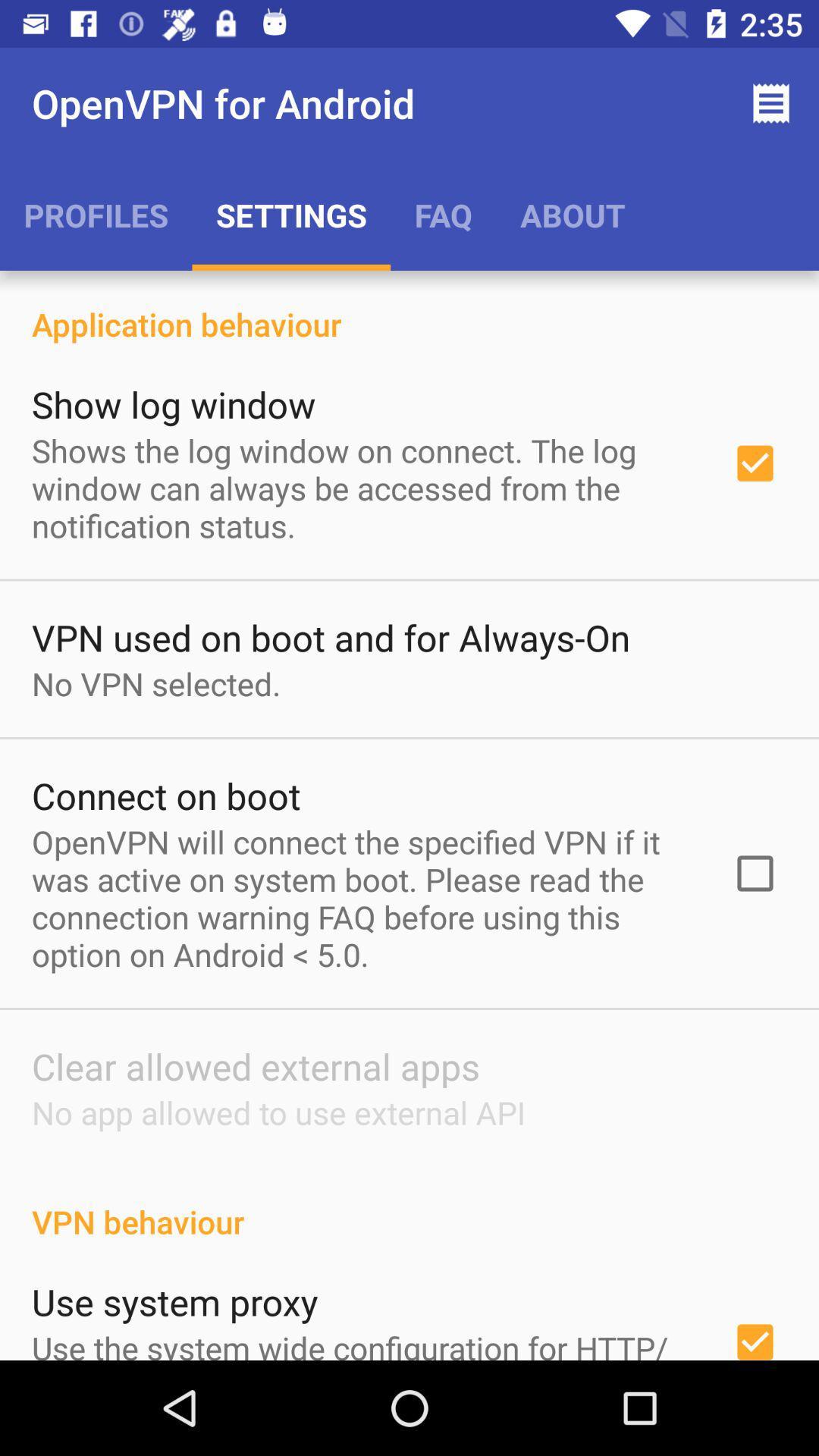 This screenshot has height=1456, width=819. What do you see at coordinates (409, 307) in the screenshot?
I see `the icon below the profiles` at bounding box center [409, 307].